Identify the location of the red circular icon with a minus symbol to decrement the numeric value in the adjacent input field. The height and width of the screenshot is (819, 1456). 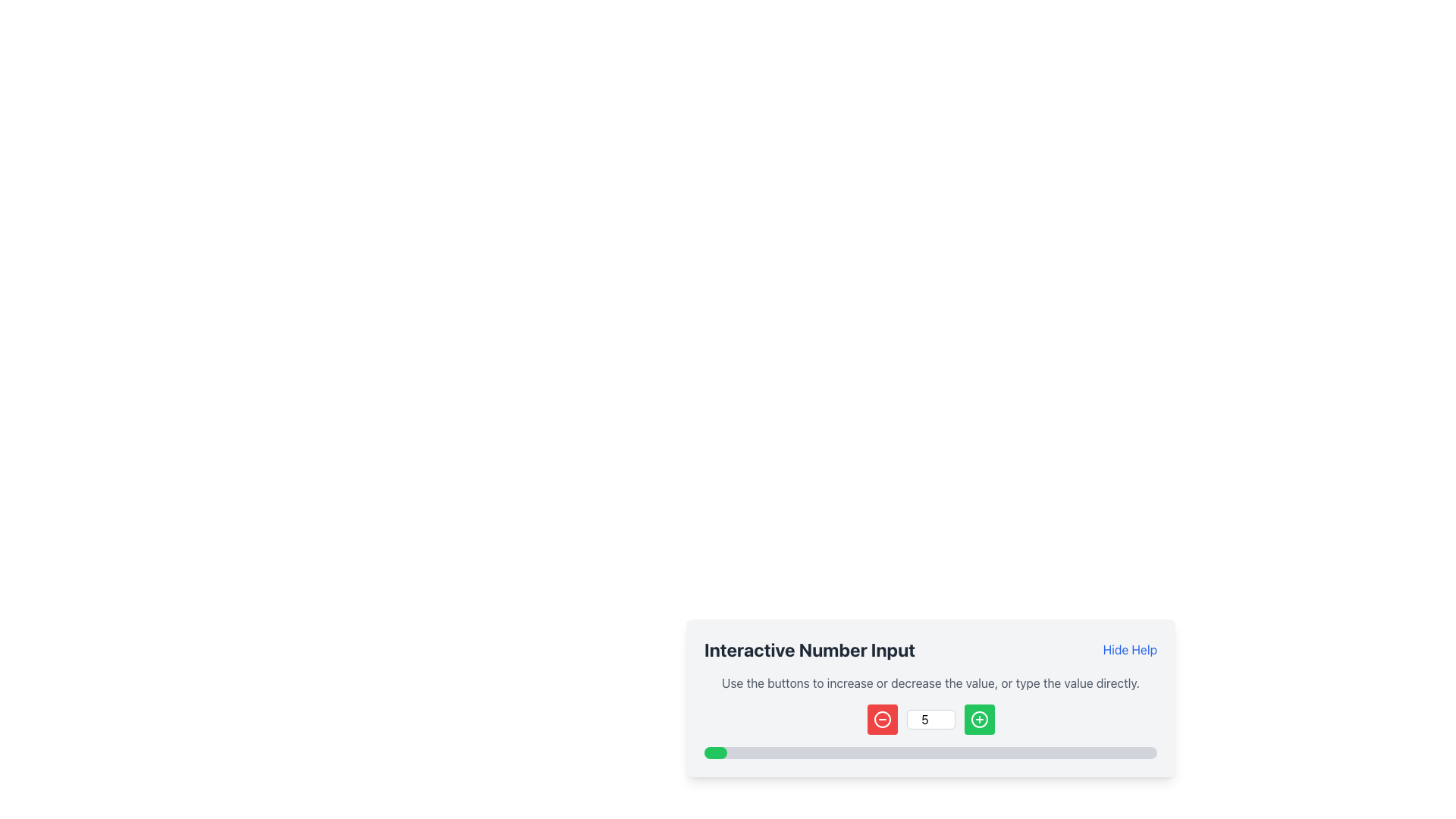
(882, 718).